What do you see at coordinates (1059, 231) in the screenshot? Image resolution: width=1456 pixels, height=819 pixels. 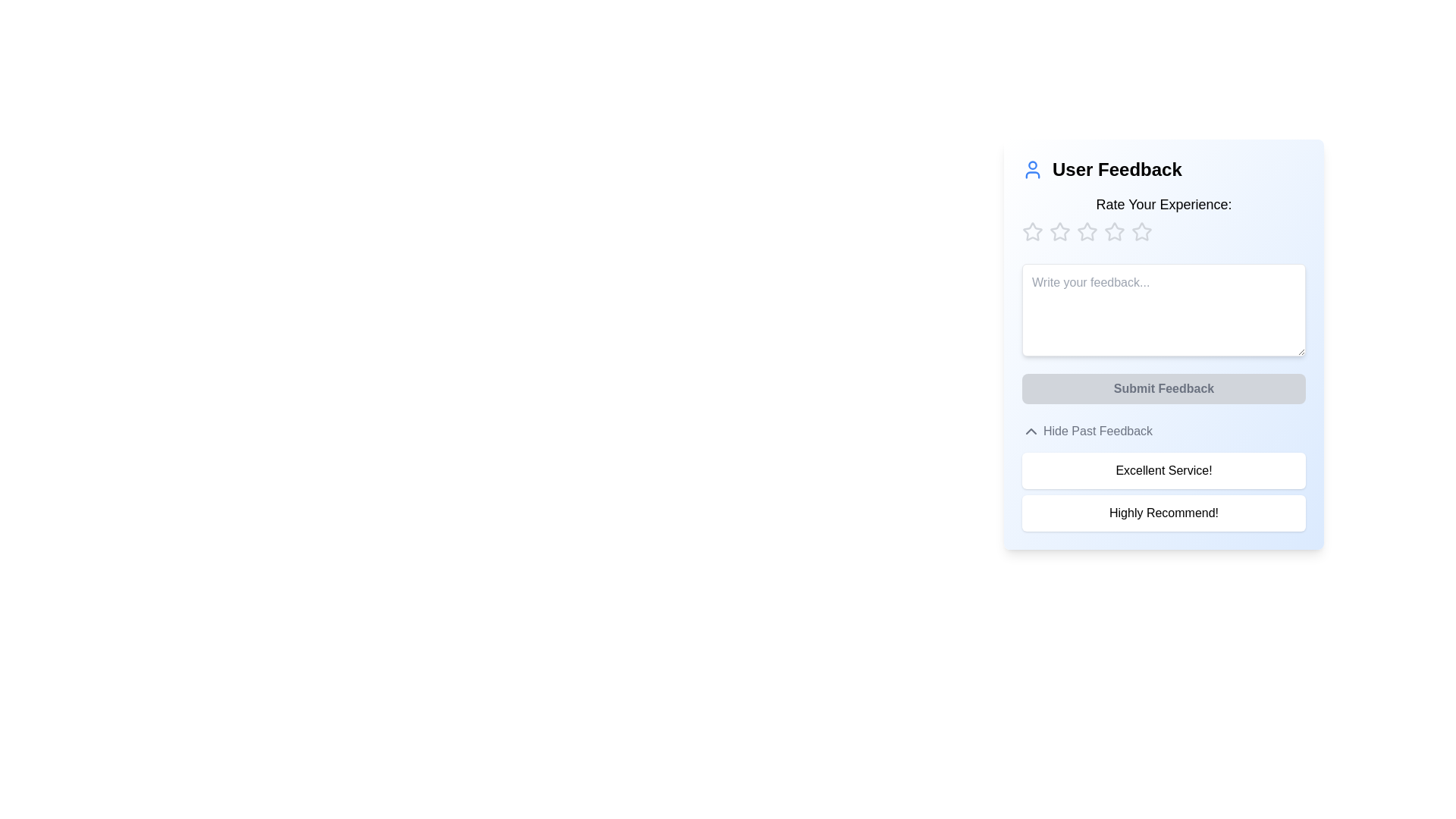 I see `the second star icon in the row of five stars for rating` at bounding box center [1059, 231].